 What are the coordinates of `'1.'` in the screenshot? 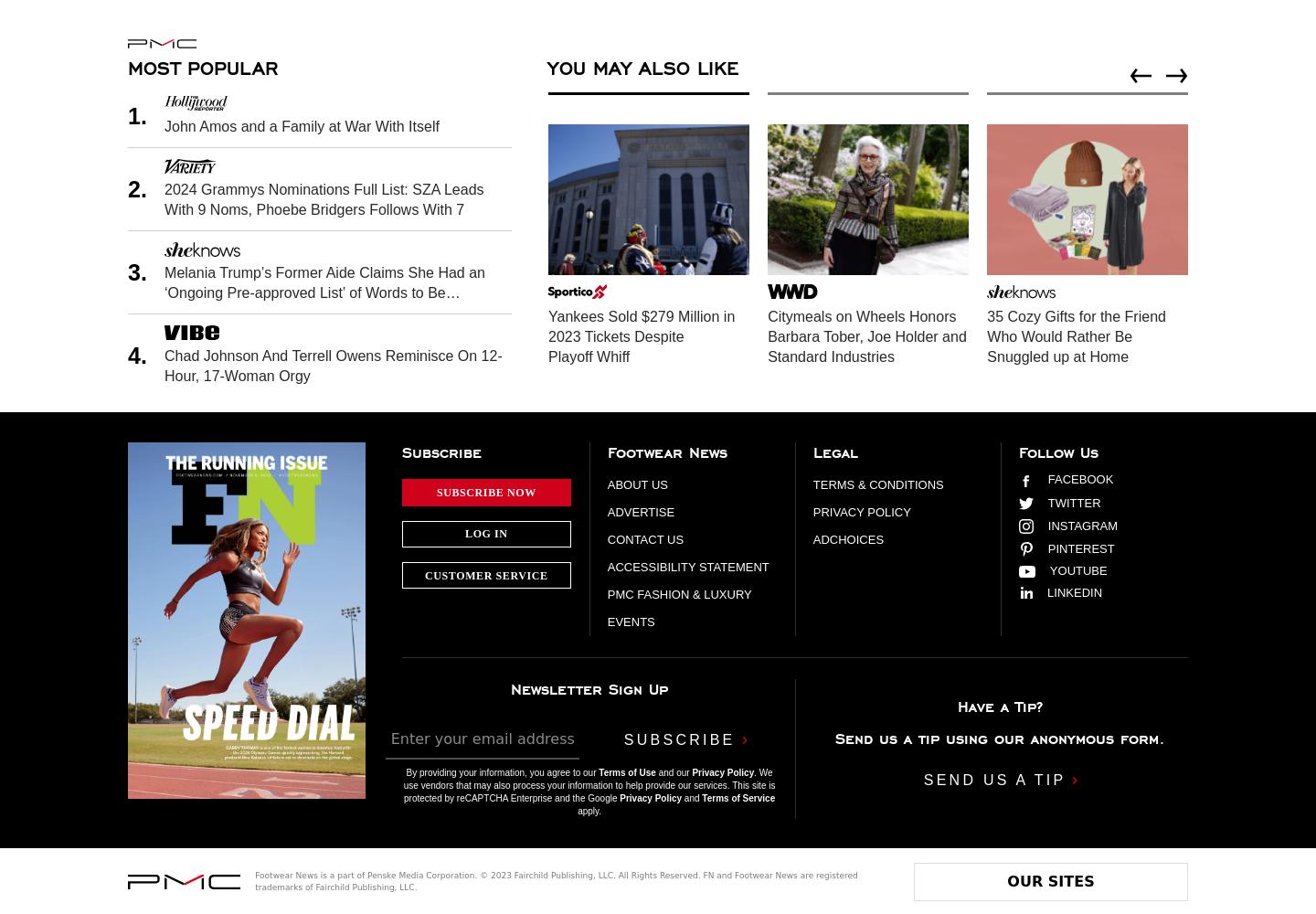 It's located at (136, 115).